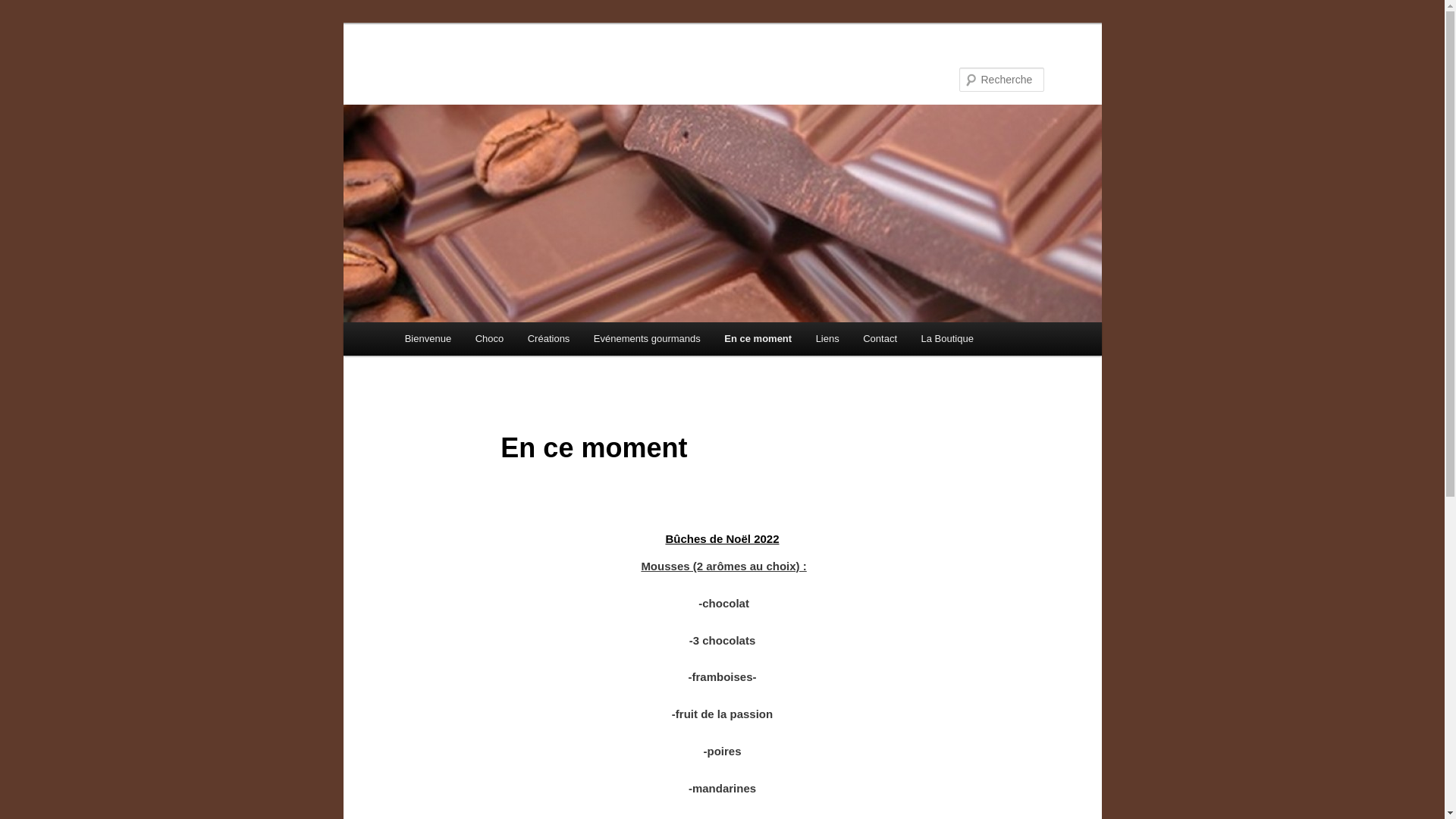 The height and width of the screenshot is (819, 1456). Describe the element at coordinates (880, 337) in the screenshot. I see `'Contact'` at that location.